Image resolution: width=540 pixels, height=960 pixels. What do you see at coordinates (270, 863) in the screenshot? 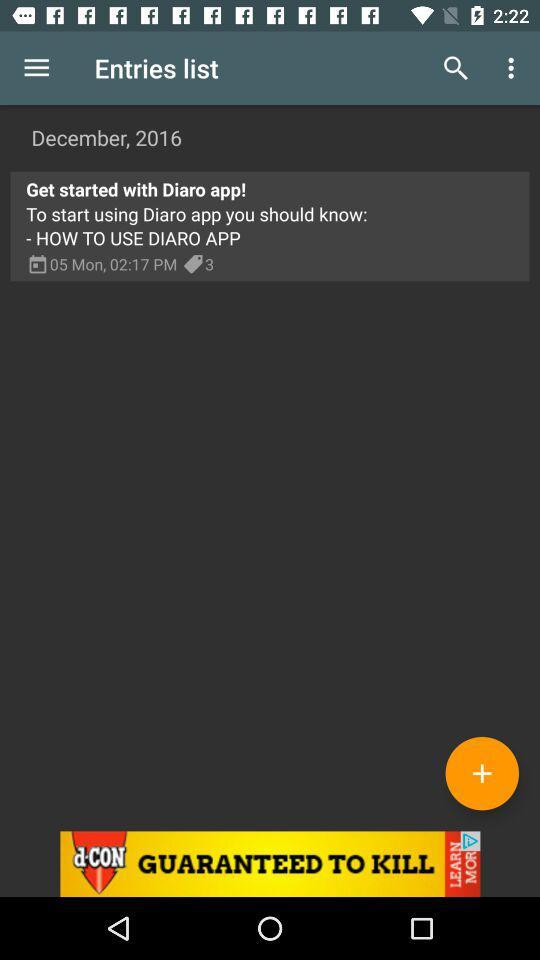
I see `advertisement banner` at bounding box center [270, 863].